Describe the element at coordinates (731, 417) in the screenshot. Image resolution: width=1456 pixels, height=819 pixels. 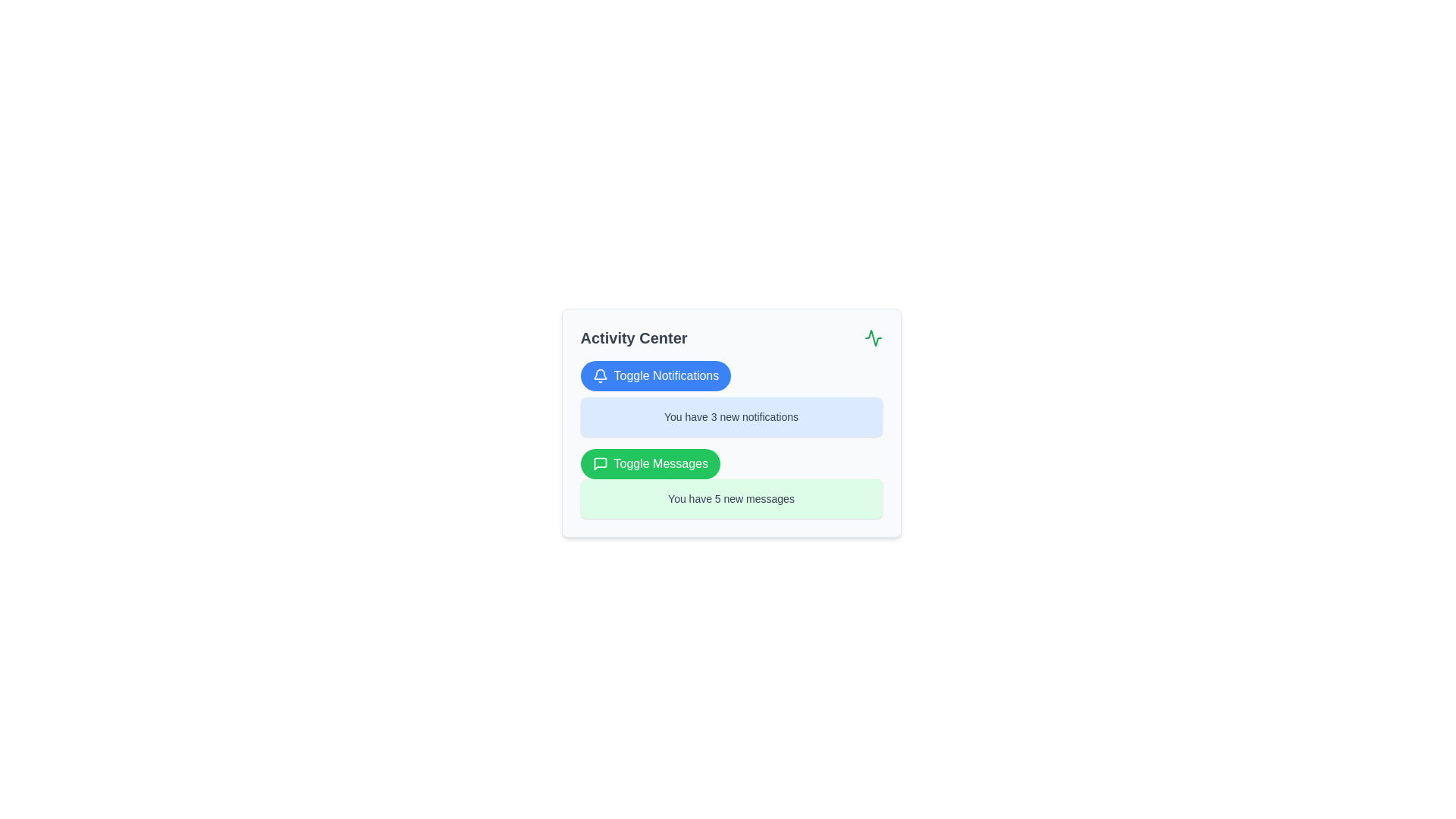
I see `the Notification Display Box that shows the number of new notifications, located in the Activity Center section, between the Toggle Notifications button and the Toggle Messages button` at that location.